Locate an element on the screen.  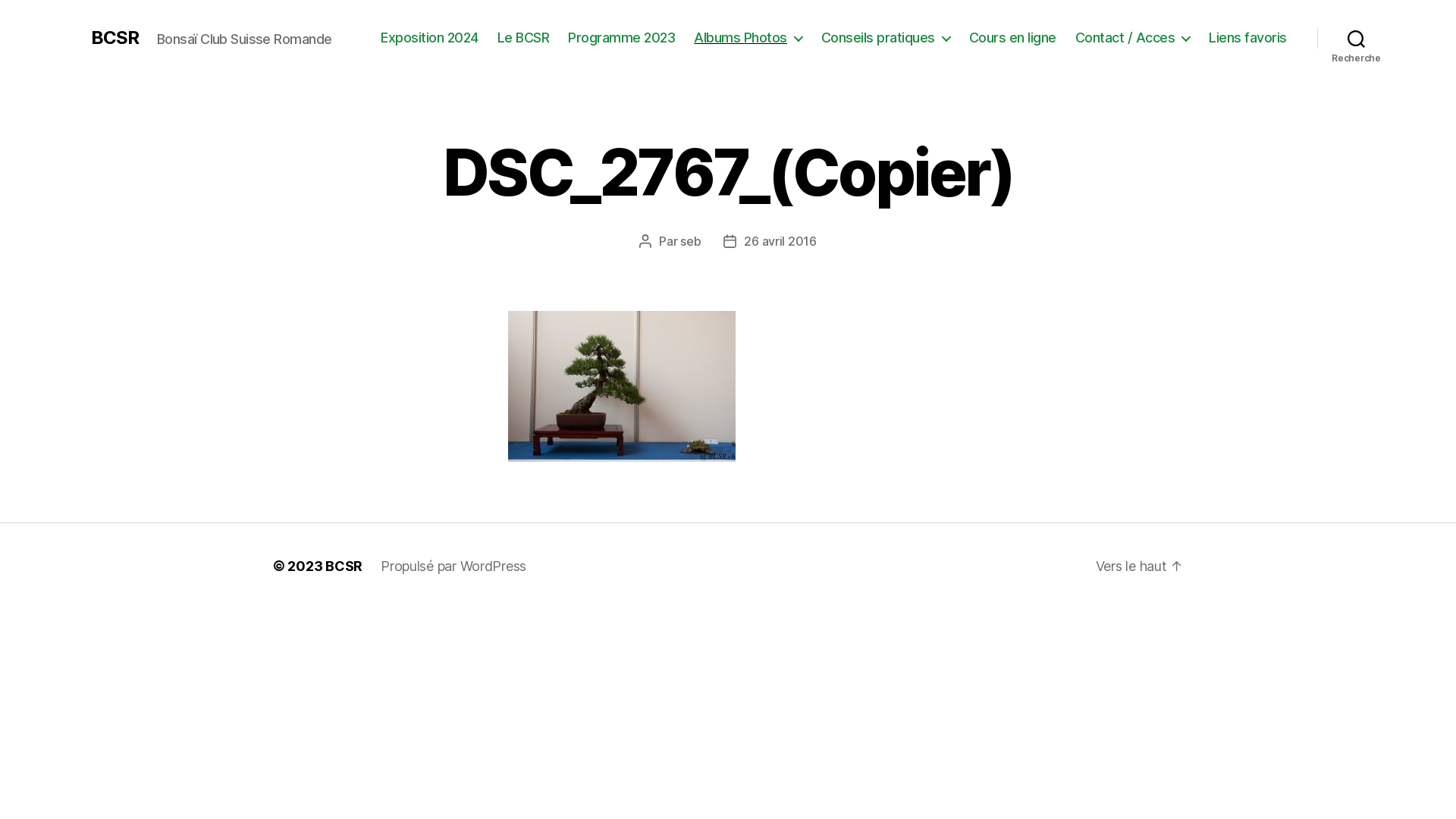
'seb' is located at coordinates (689, 240).